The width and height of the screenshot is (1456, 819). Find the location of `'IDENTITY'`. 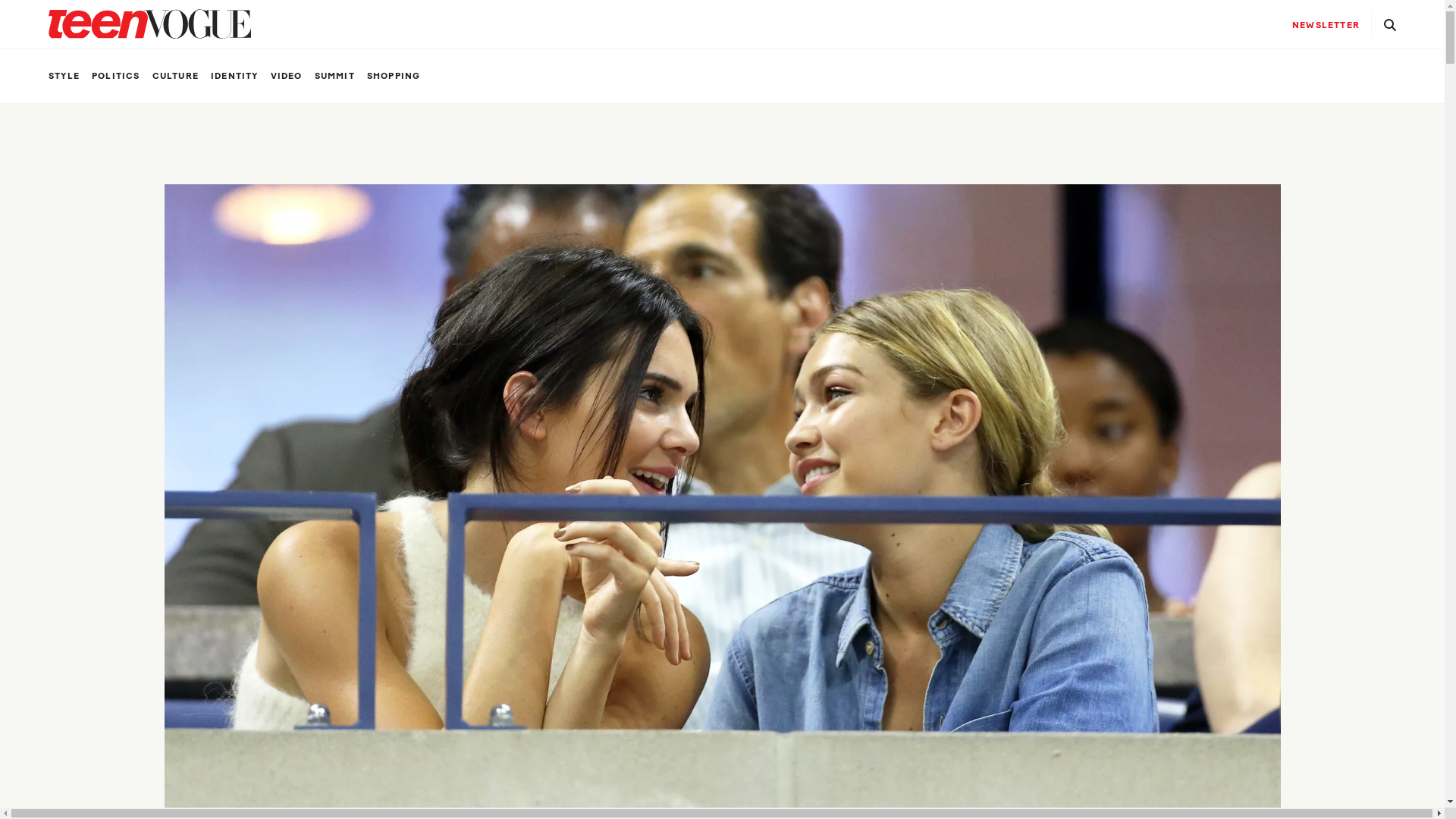

'IDENTITY' is located at coordinates (234, 76).